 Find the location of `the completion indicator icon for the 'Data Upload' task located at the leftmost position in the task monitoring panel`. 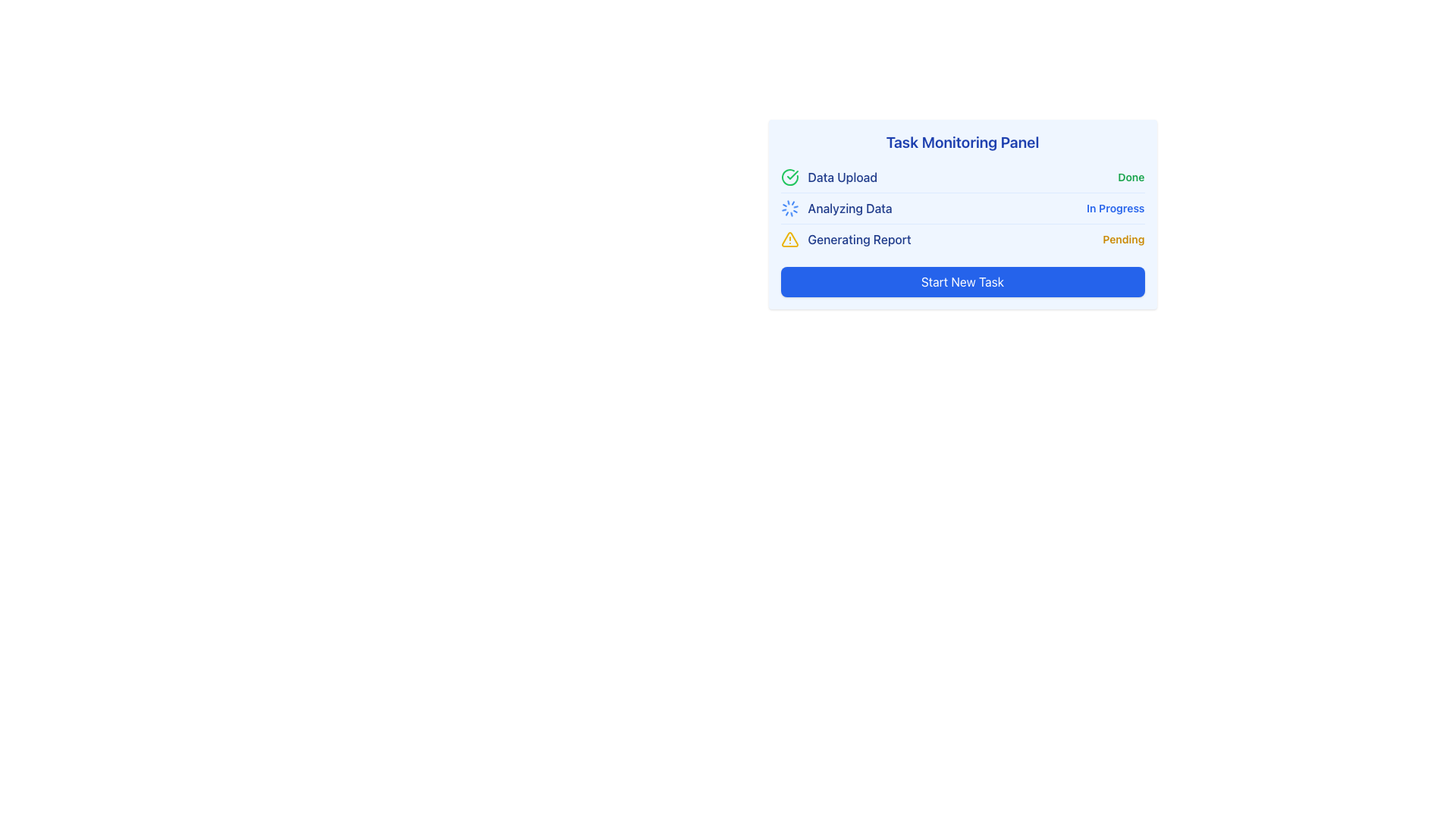

the completion indicator icon for the 'Data Upload' task located at the leftmost position in the task monitoring panel is located at coordinates (789, 177).